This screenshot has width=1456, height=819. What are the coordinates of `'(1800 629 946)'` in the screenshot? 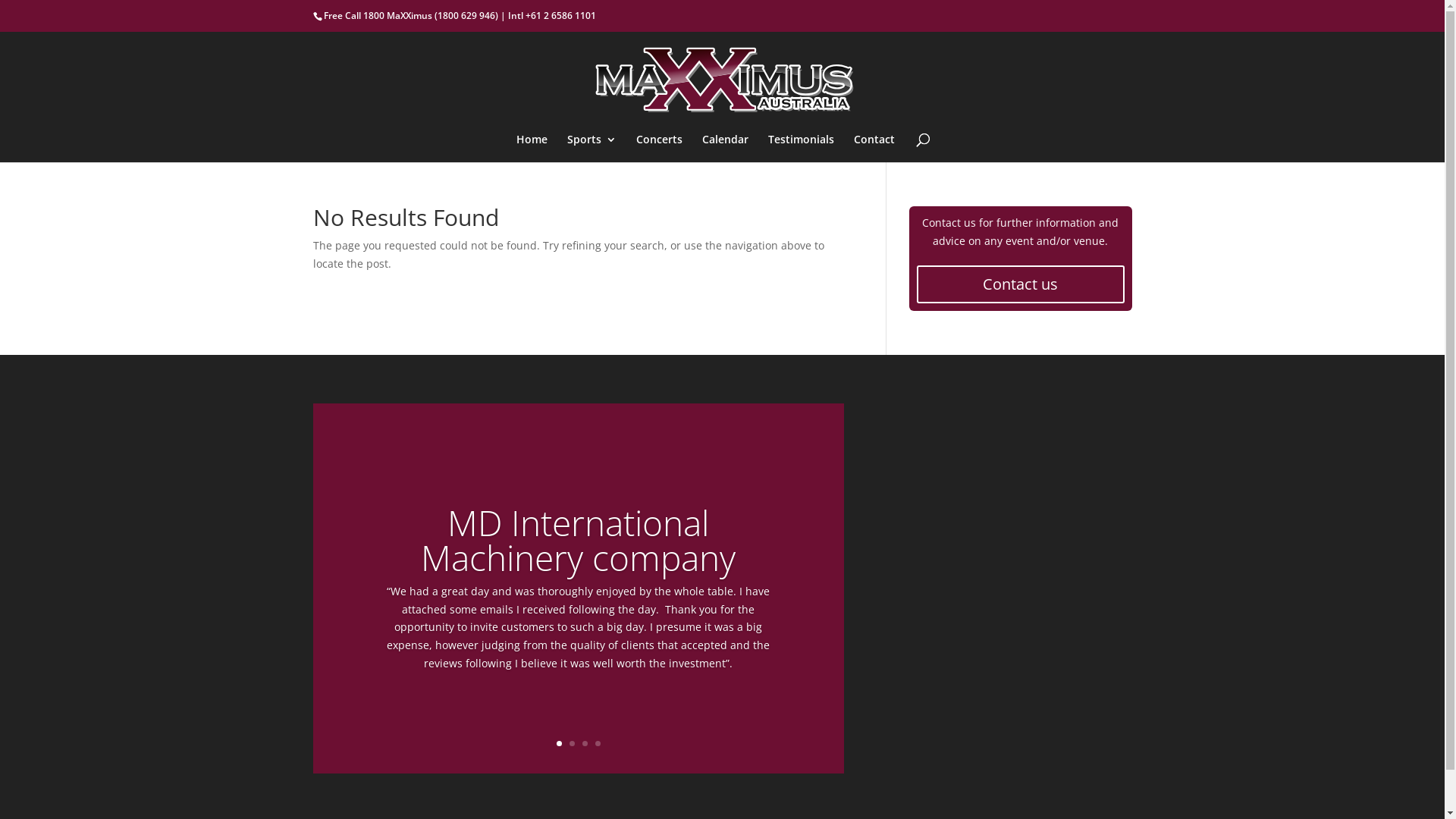 It's located at (432, 15).